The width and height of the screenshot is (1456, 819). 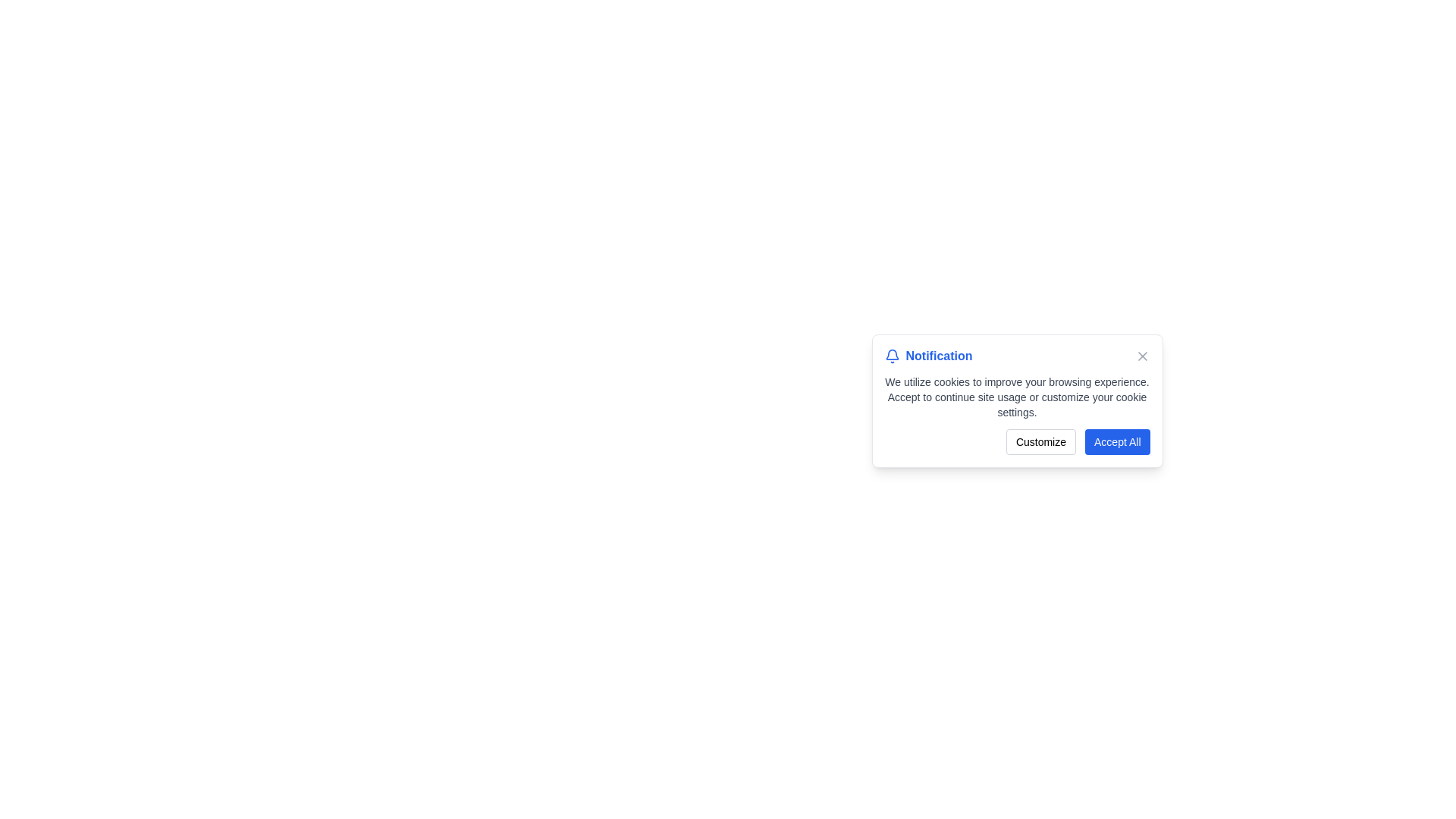 What do you see at coordinates (938, 356) in the screenshot?
I see `the 'Notification' text label located at the top of the notification dialog, following the bell icon` at bounding box center [938, 356].